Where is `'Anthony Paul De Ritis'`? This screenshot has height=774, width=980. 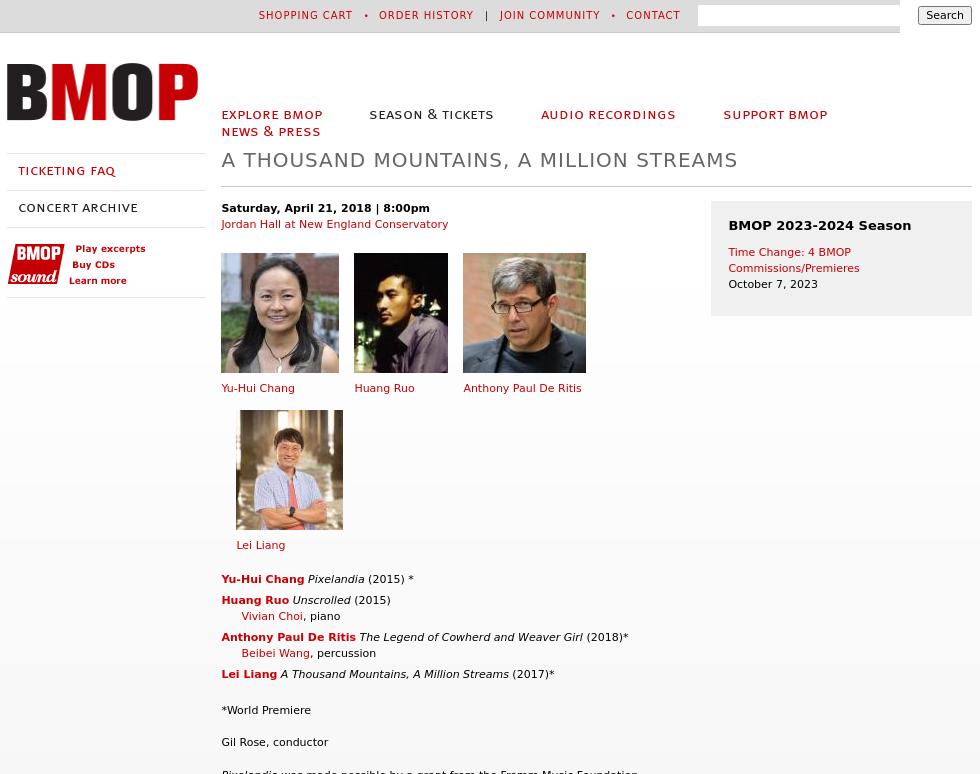
'Anthony Paul De Ritis' is located at coordinates (220, 636).